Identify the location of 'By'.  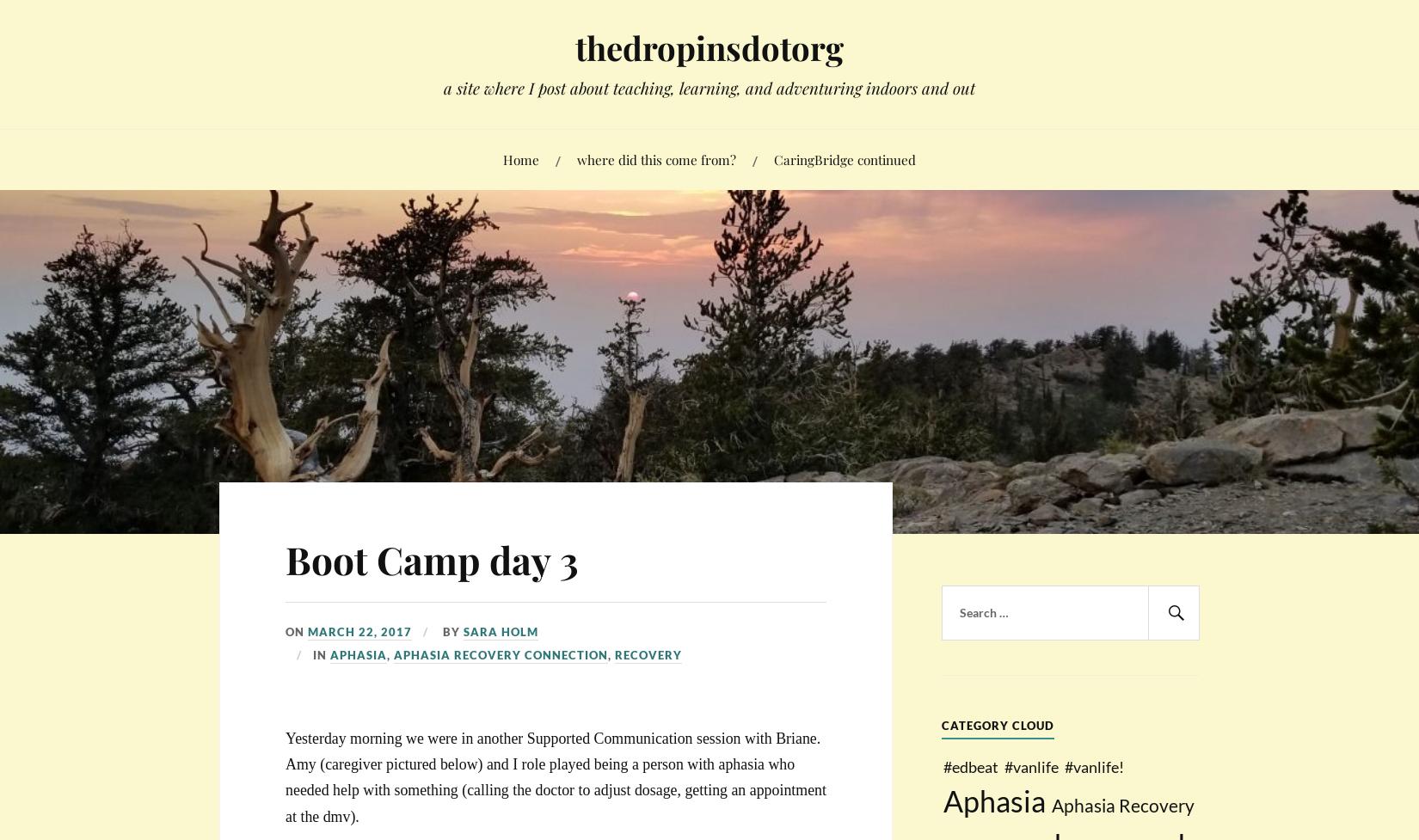
(450, 631).